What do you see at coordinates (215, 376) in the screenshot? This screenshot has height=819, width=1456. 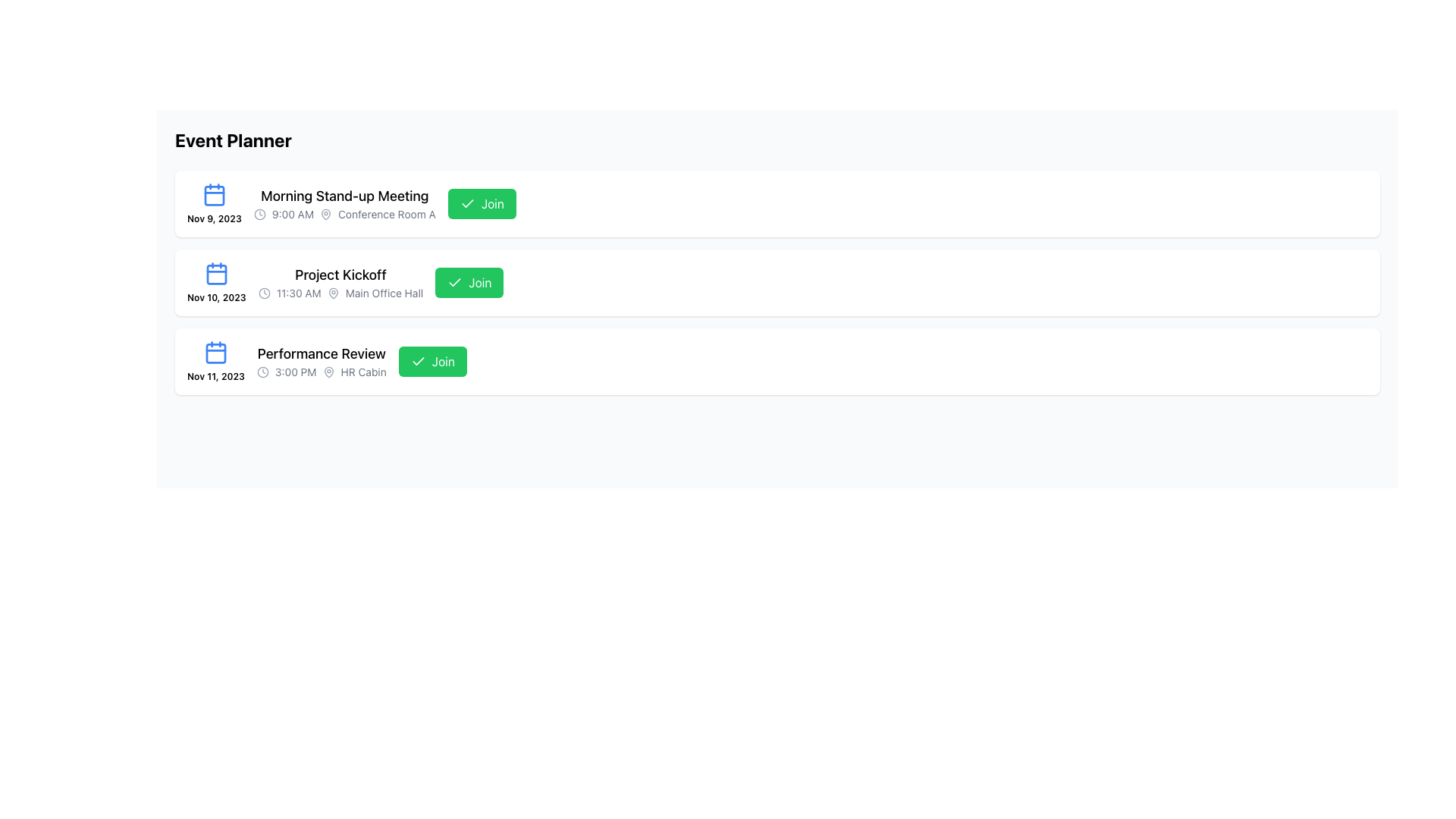 I see `the text element displaying the date 'Nov 11, 2023', which is styled in a small bold font and positioned below the calendar icon in the 'Performance Review' entry` at bounding box center [215, 376].